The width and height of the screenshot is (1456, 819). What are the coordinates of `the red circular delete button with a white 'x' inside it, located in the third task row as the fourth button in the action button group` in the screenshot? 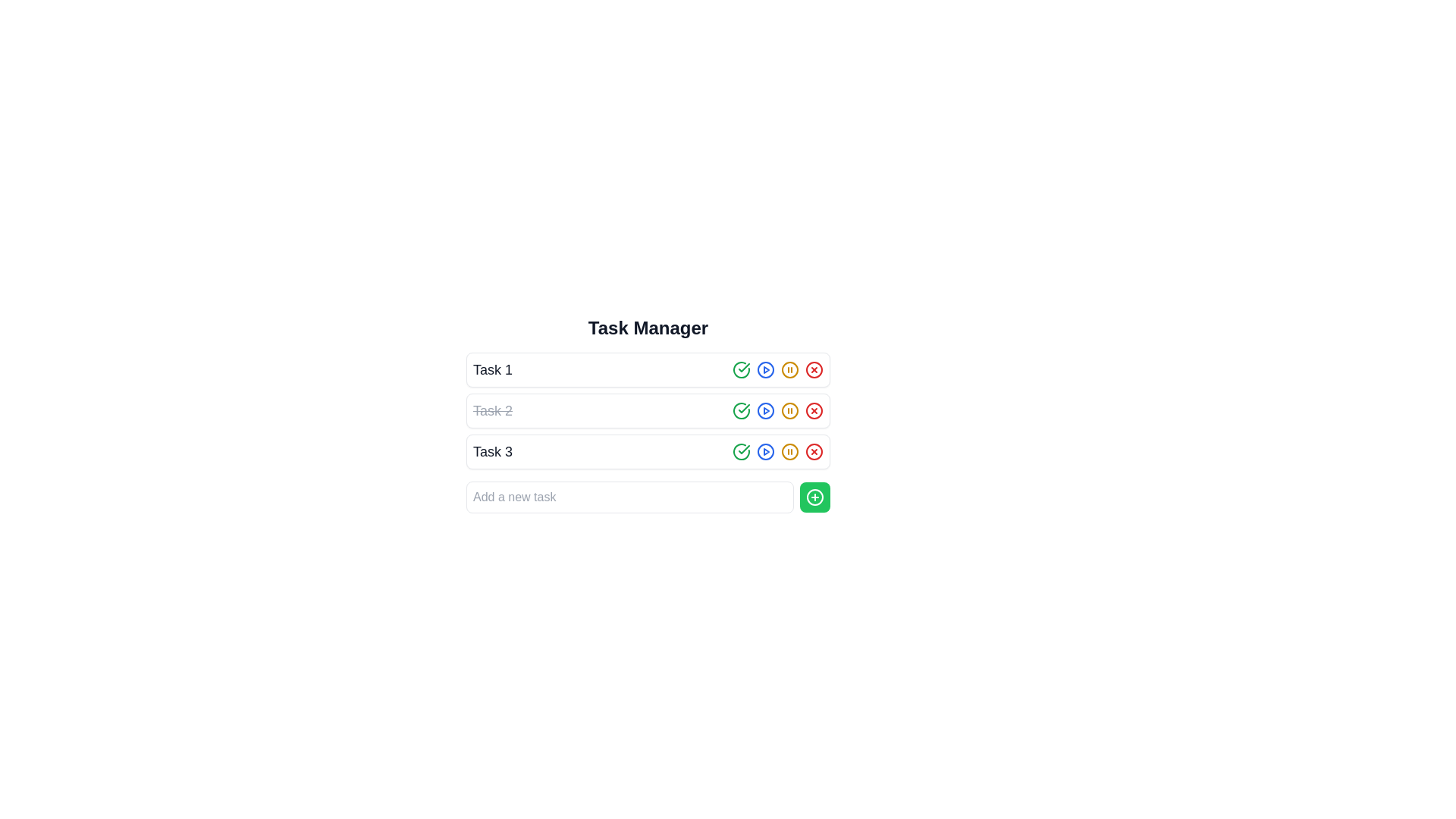 It's located at (814, 451).